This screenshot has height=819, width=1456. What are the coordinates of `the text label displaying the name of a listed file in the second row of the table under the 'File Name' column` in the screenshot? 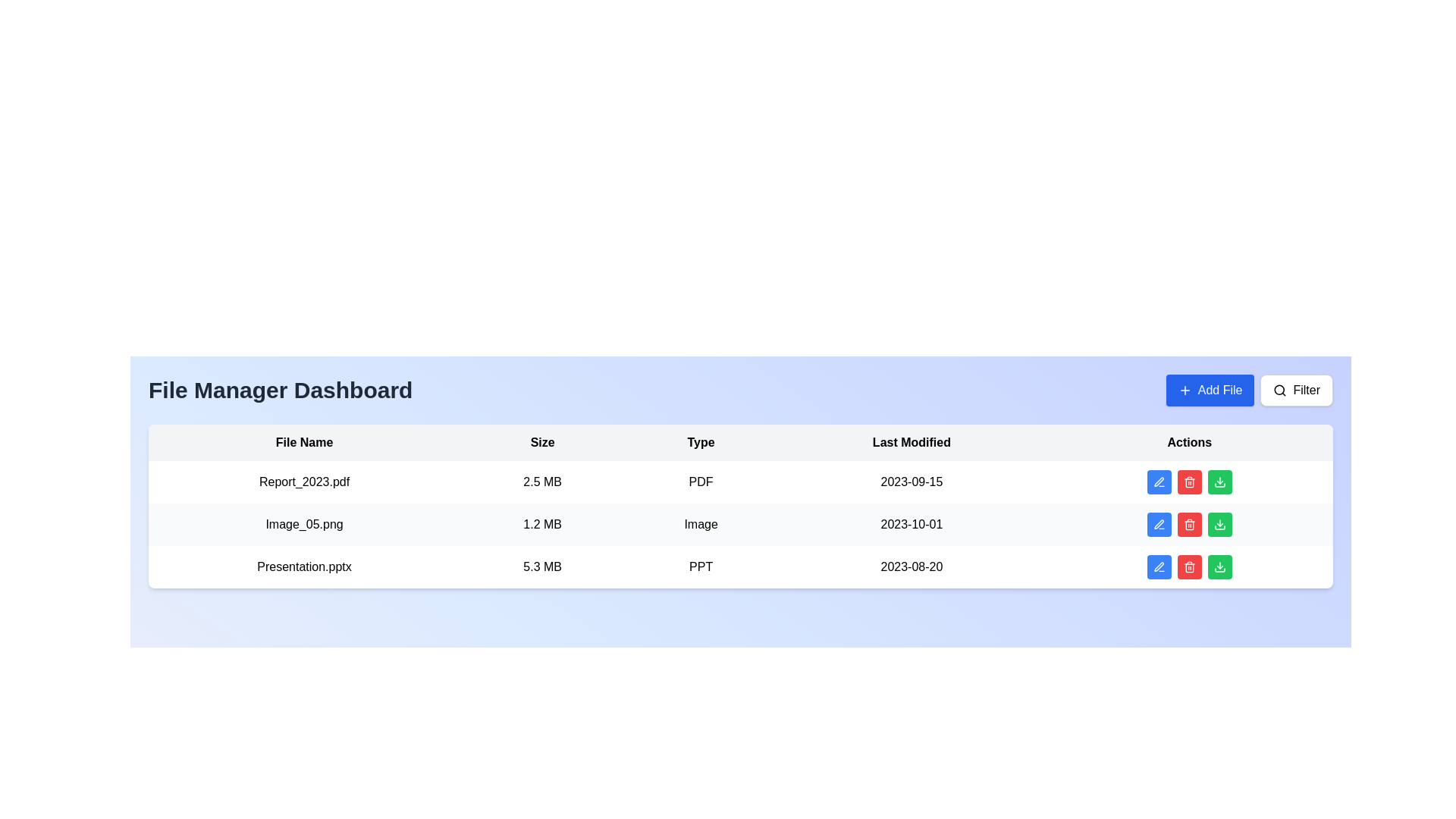 It's located at (303, 523).